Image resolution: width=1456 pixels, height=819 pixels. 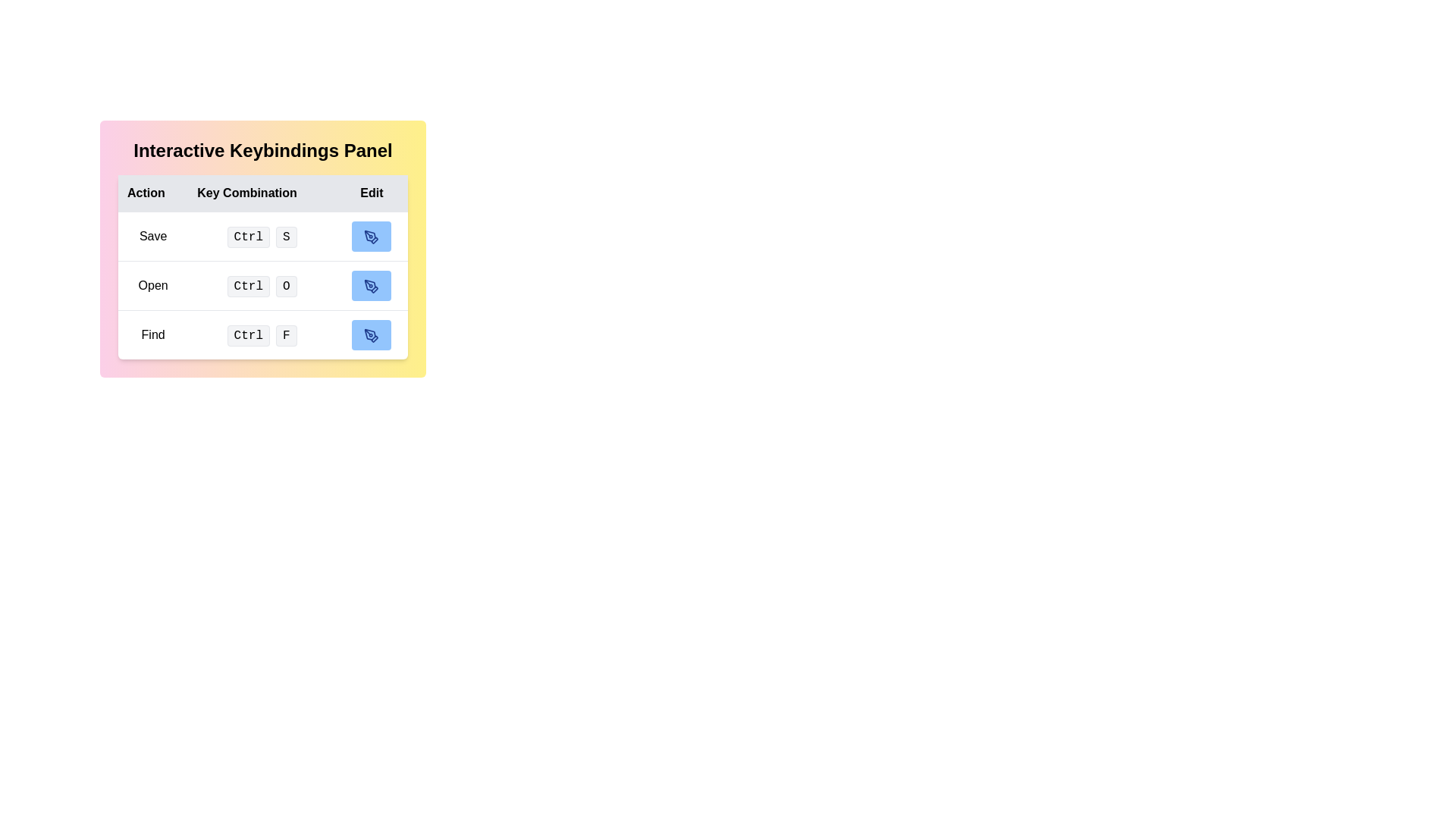 I want to click on the text label in the second row of the keybindings panel that describes the 'Open' functionality, which is horizontally aligned with 'Ctrl O' and the edit button, so click(x=153, y=286).